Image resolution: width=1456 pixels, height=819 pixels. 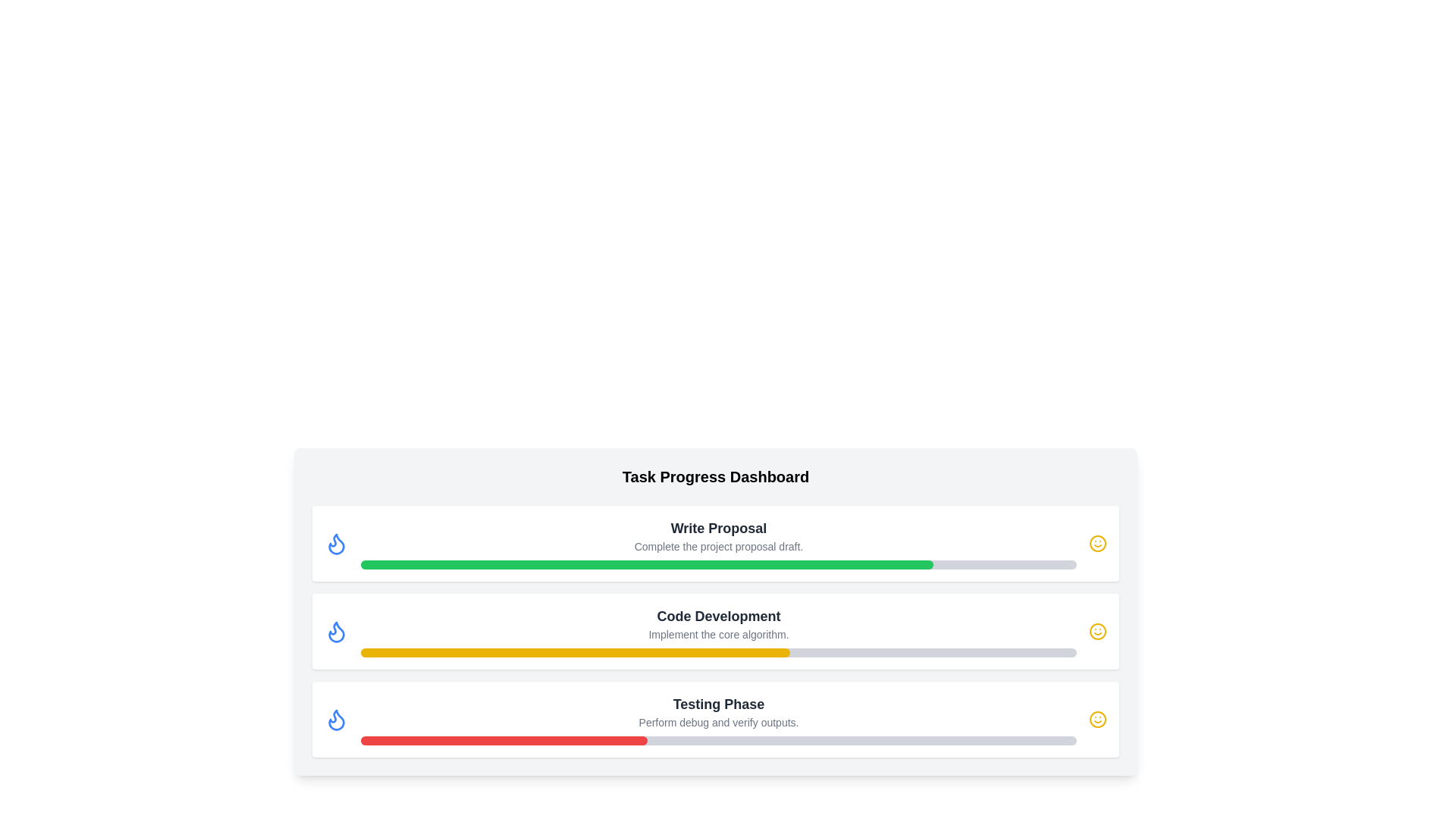 I want to click on the first task item in the 'Task Progress Dashboard' which displays the task name and description along with its progress indicator, so click(x=718, y=543).